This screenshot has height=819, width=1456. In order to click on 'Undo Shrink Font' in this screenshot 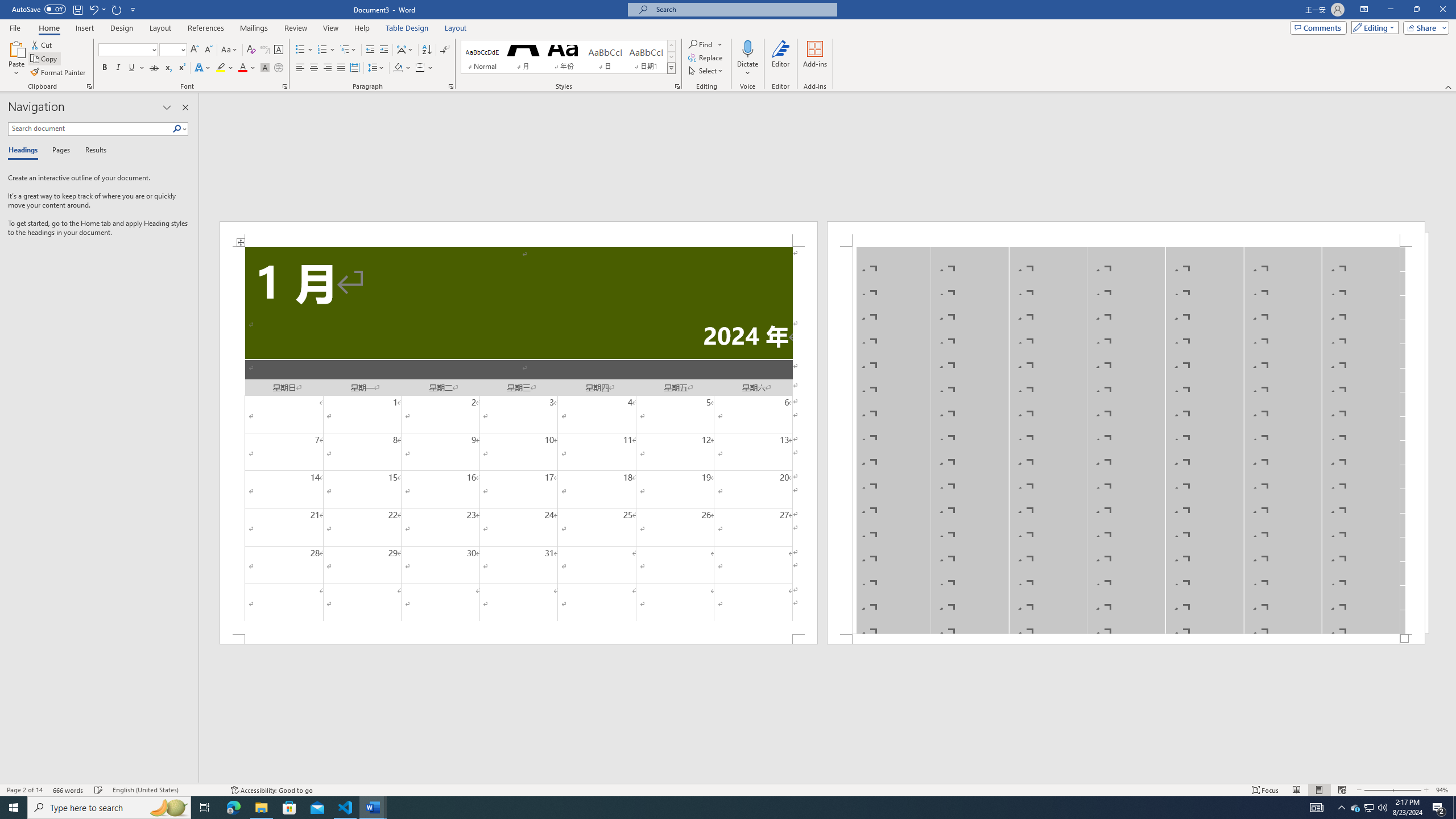, I will do `click(93, 9)`.